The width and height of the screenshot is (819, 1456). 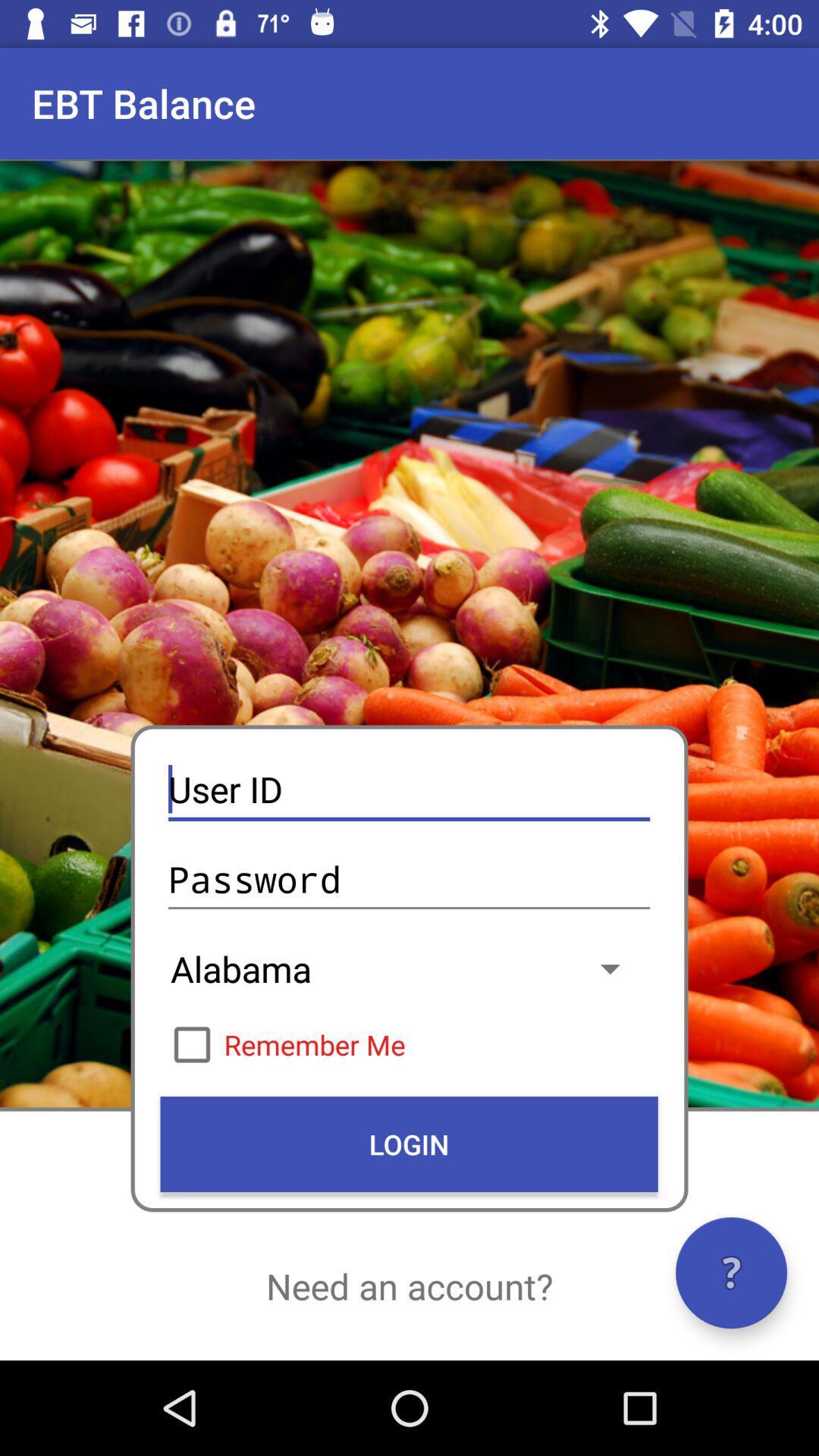 What do you see at coordinates (408, 880) in the screenshot?
I see `item above alabama` at bounding box center [408, 880].